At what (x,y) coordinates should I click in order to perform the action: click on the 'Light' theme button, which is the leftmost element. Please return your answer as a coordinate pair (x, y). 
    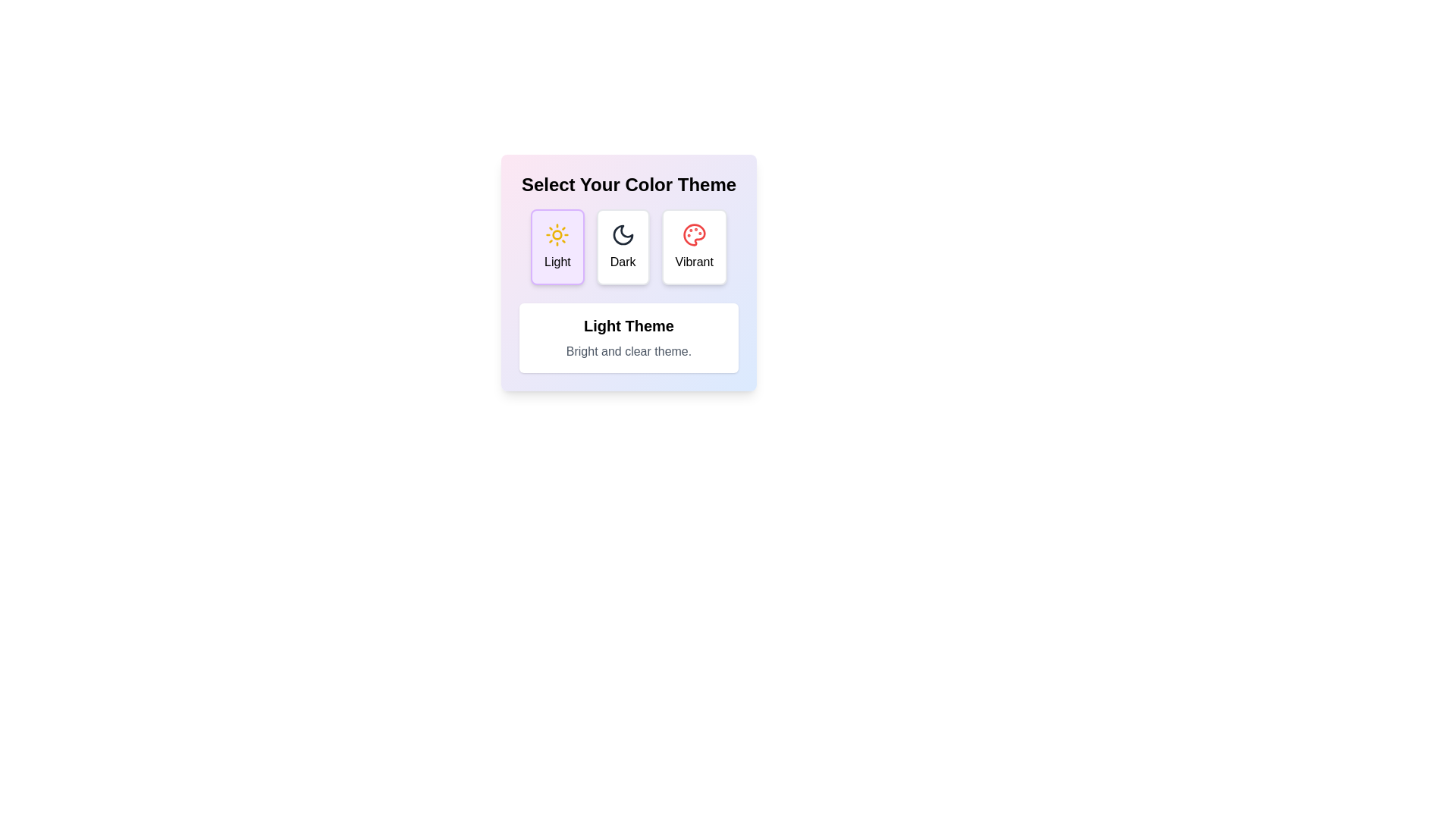
    Looking at the image, I should click on (556, 246).